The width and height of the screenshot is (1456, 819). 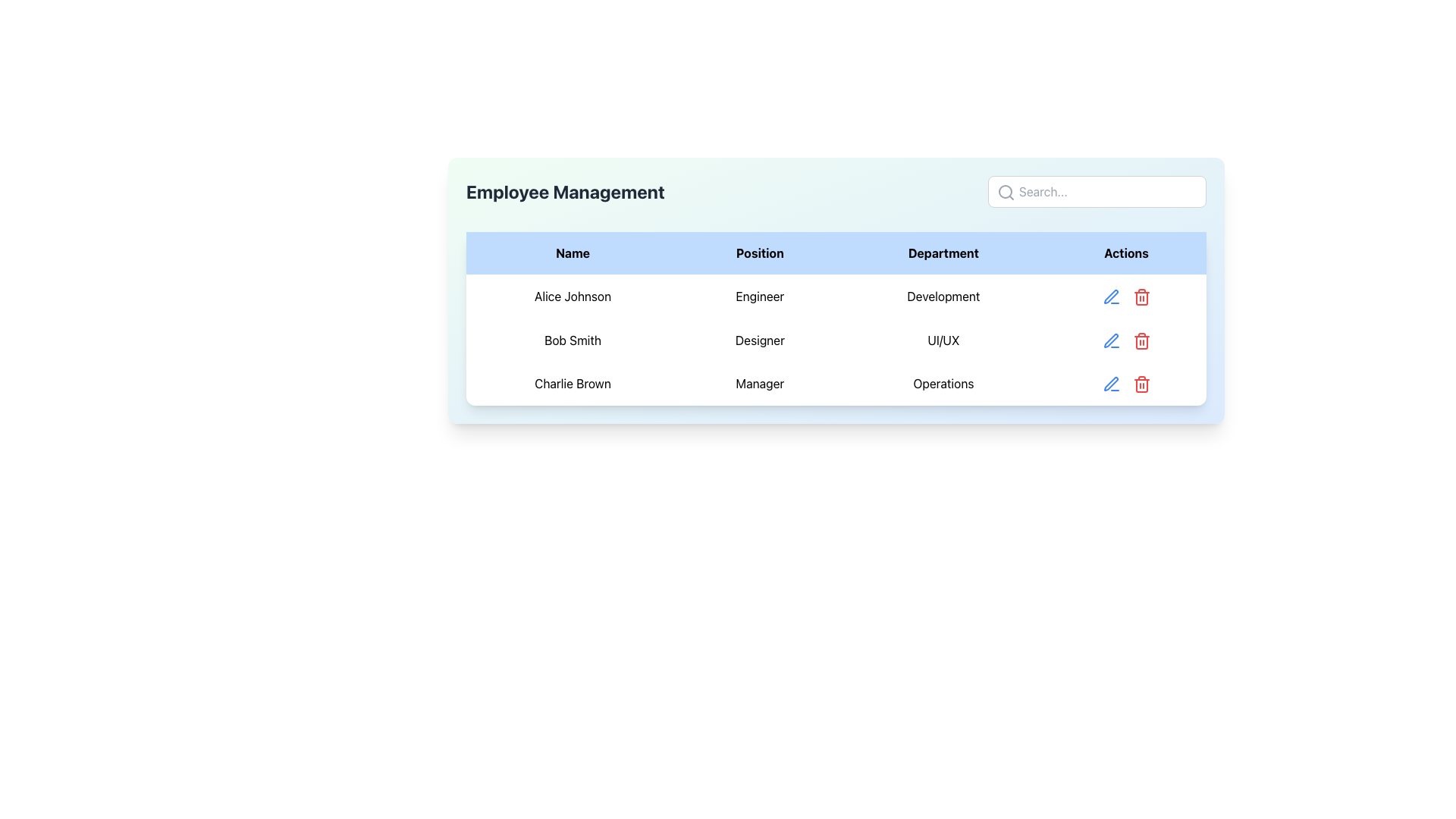 What do you see at coordinates (1141, 340) in the screenshot?
I see `the red trash can icon in the Actions column of the row for 'Bob Smith'` at bounding box center [1141, 340].